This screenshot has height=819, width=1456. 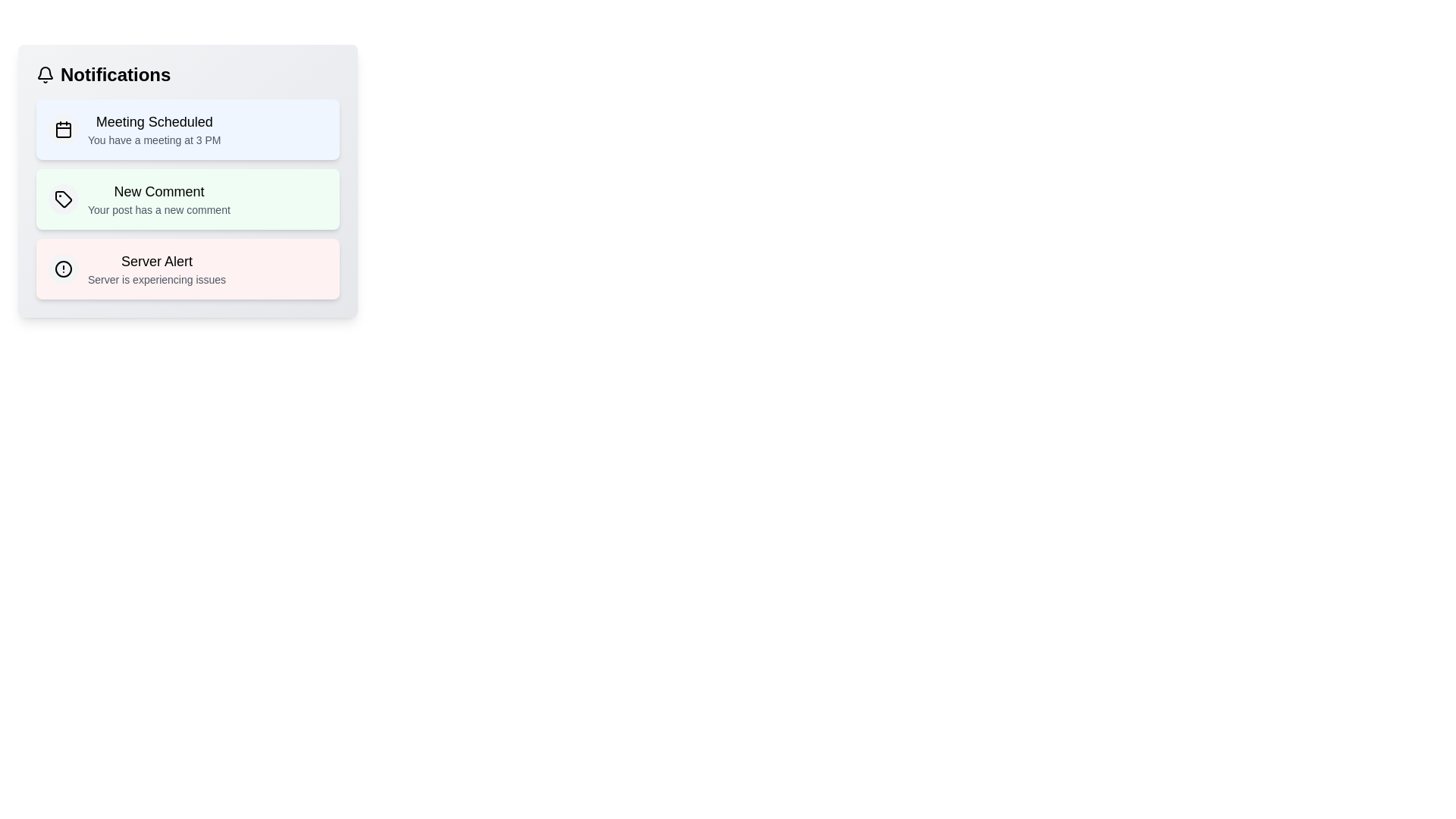 I want to click on the notification titled 'Meeting Scheduled' to view its details, so click(x=187, y=128).